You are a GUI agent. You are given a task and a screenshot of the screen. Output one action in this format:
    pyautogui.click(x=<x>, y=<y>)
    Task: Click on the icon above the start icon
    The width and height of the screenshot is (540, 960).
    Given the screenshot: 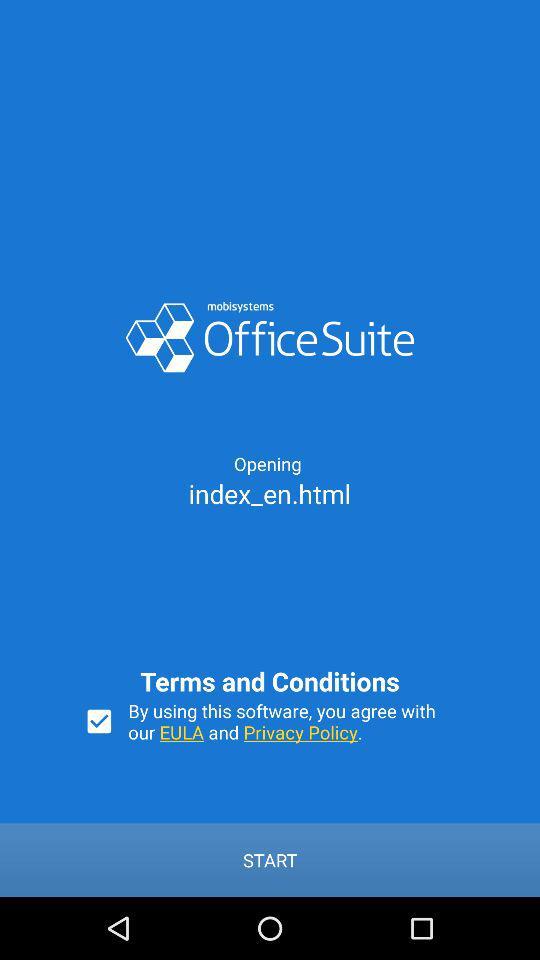 What is the action you would take?
    pyautogui.click(x=291, y=720)
    